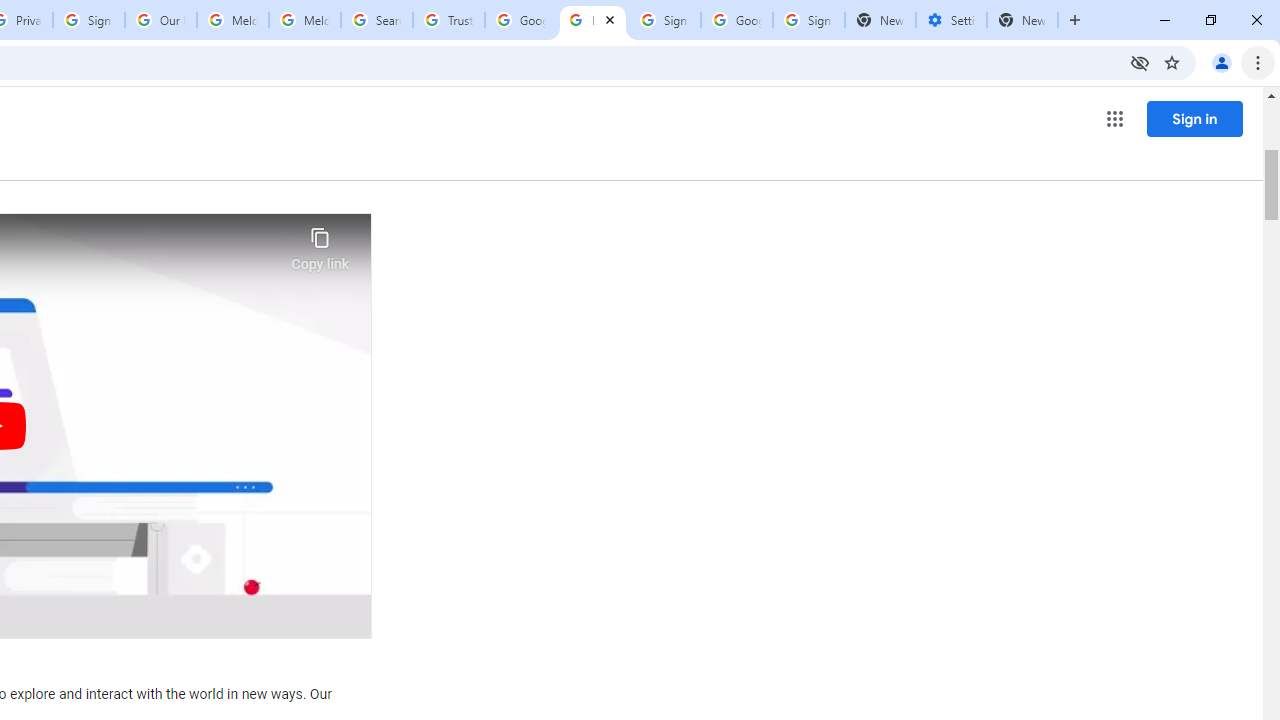  Describe the element at coordinates (736, 20) in the screenshot. I see `'Google Cybersecurity Innovations - Google Safety Center'` at that location.